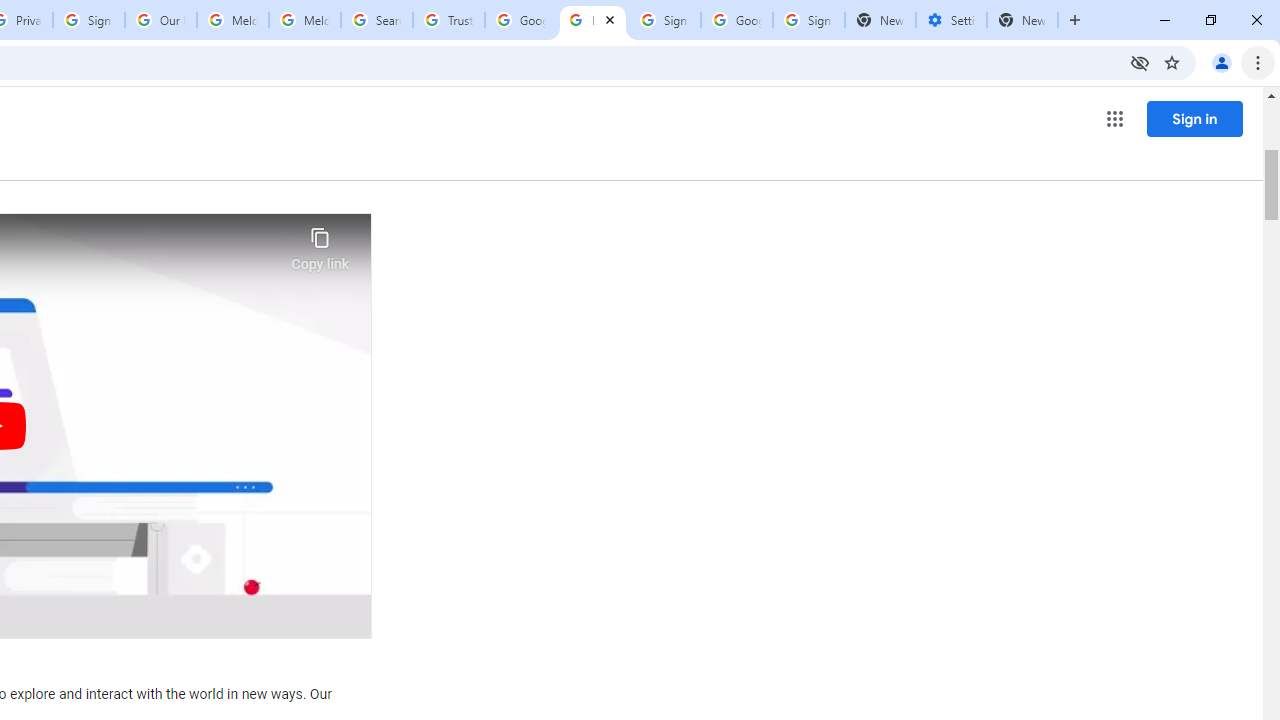  Describe the element at coordinates (736, 20) in the screenshot. I see `'Google Cybersecurity Innovations - Google Safety Center'` at that location.